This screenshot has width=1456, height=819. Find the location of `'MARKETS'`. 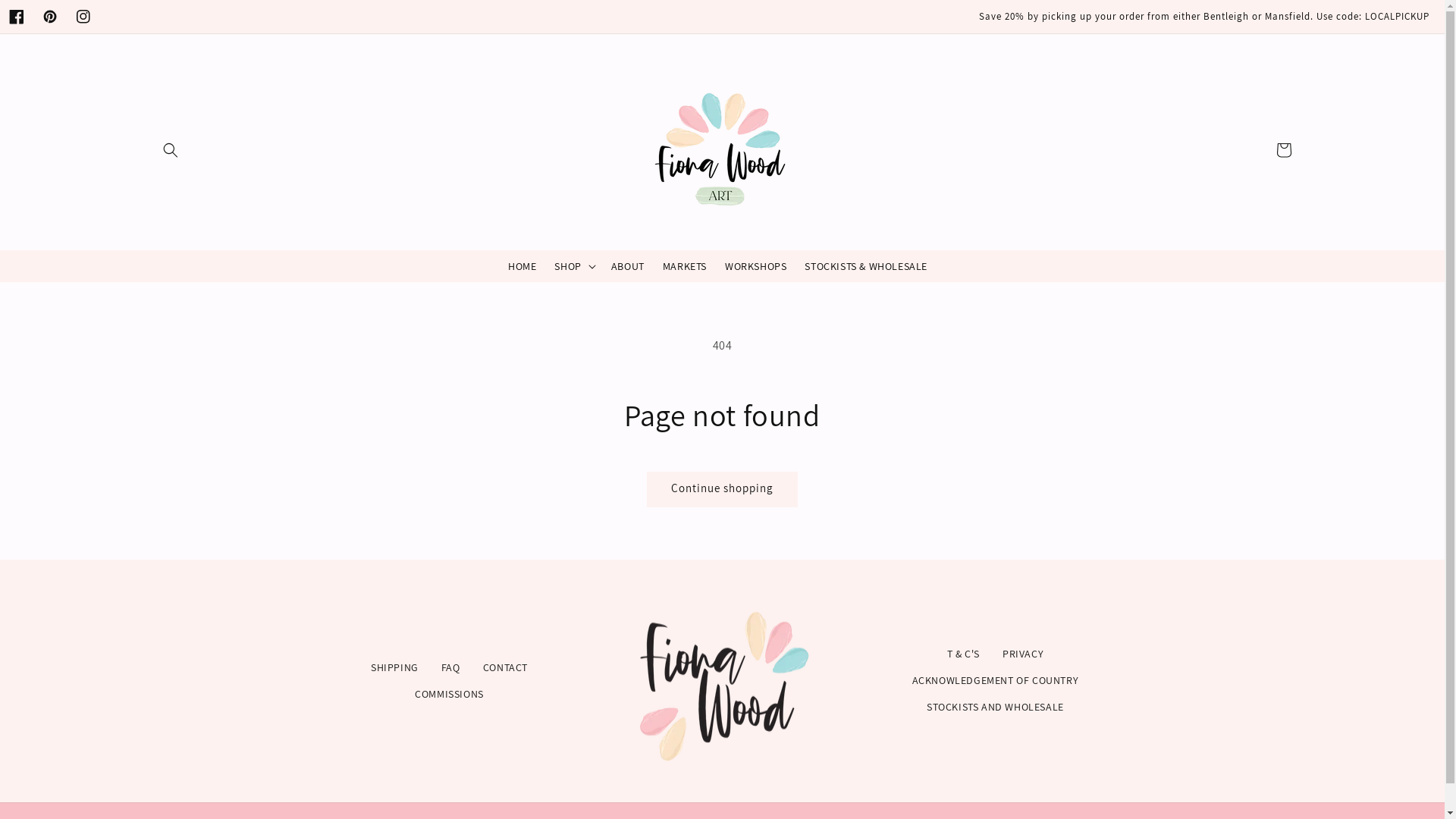

'MARKETS' is located at coordinates (683, 265).